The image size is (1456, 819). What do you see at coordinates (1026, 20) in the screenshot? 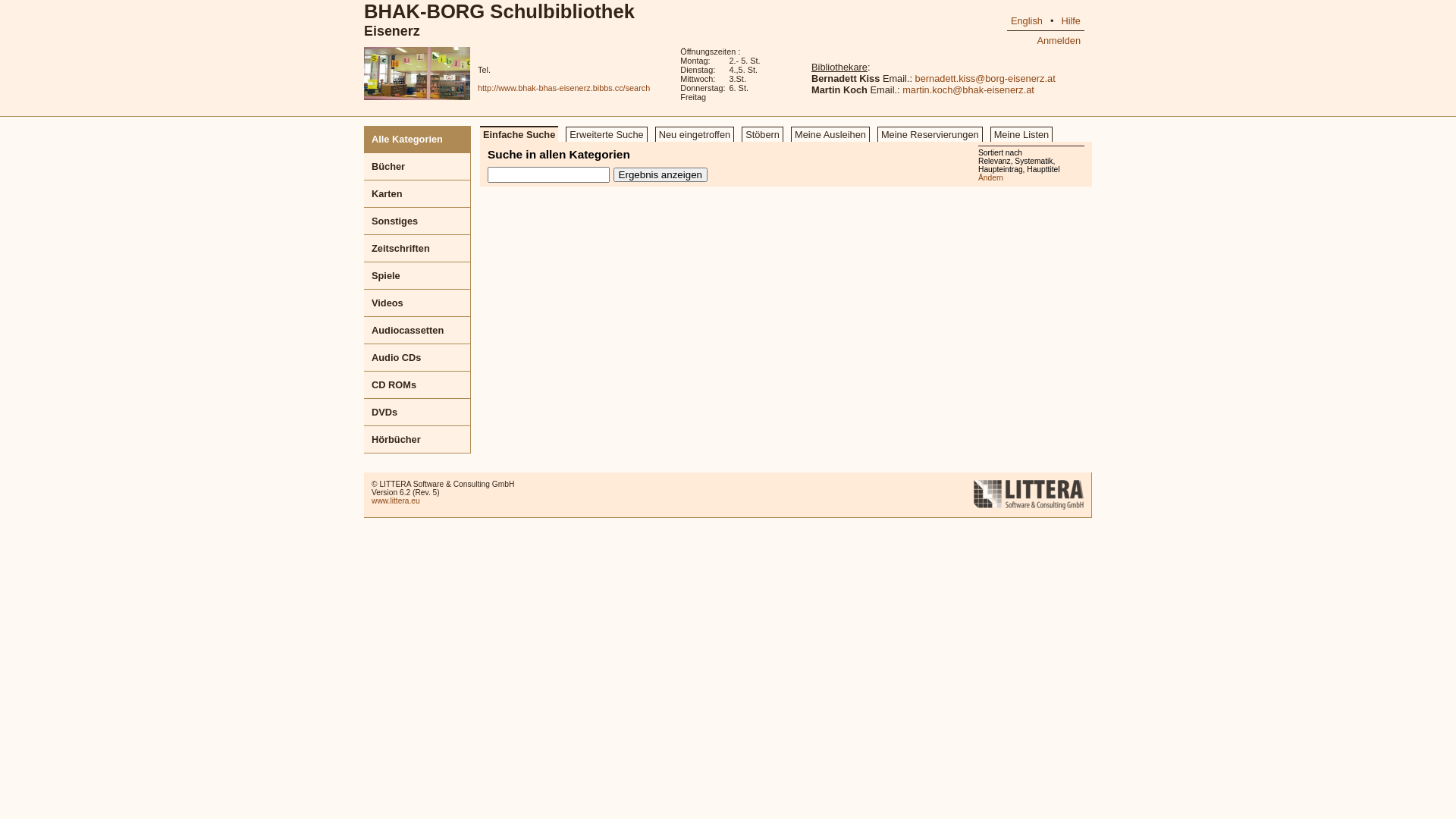
I see `'English'` at bounding box center [1026, 20].